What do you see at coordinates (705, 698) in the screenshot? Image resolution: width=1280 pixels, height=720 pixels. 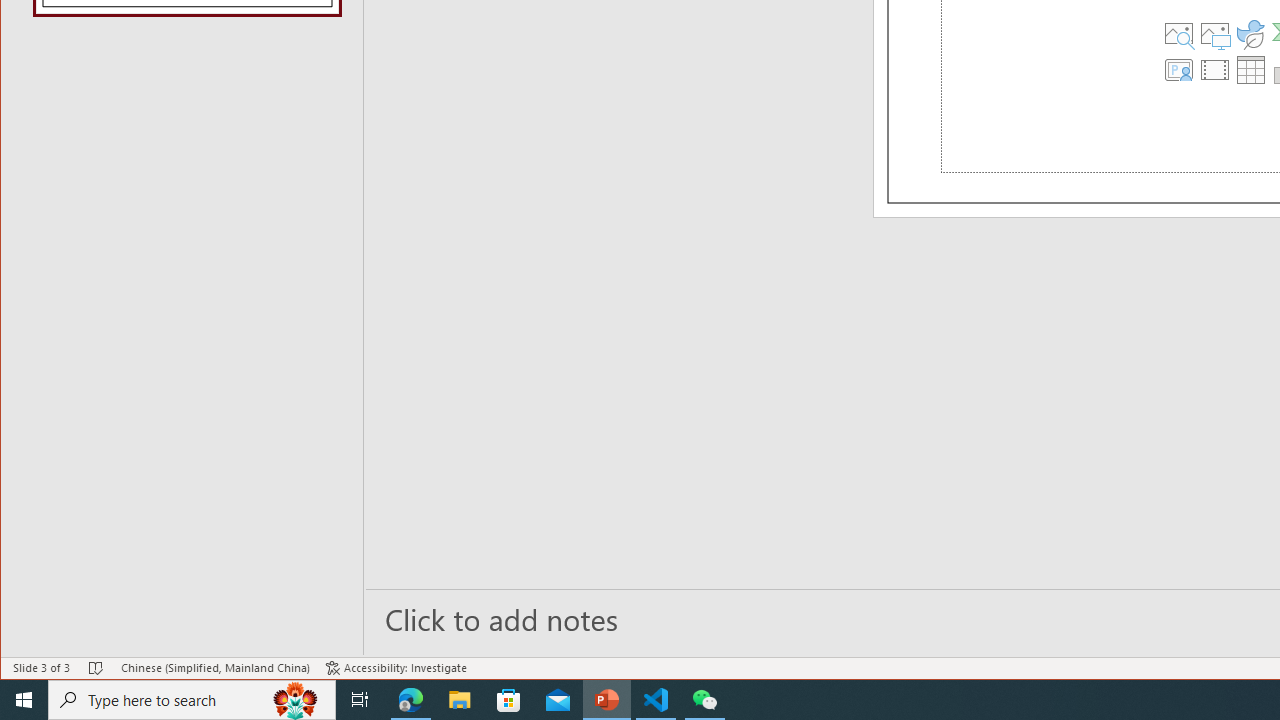 I see `'WeChat - 1 running window'` at bounding box center [705, 698].